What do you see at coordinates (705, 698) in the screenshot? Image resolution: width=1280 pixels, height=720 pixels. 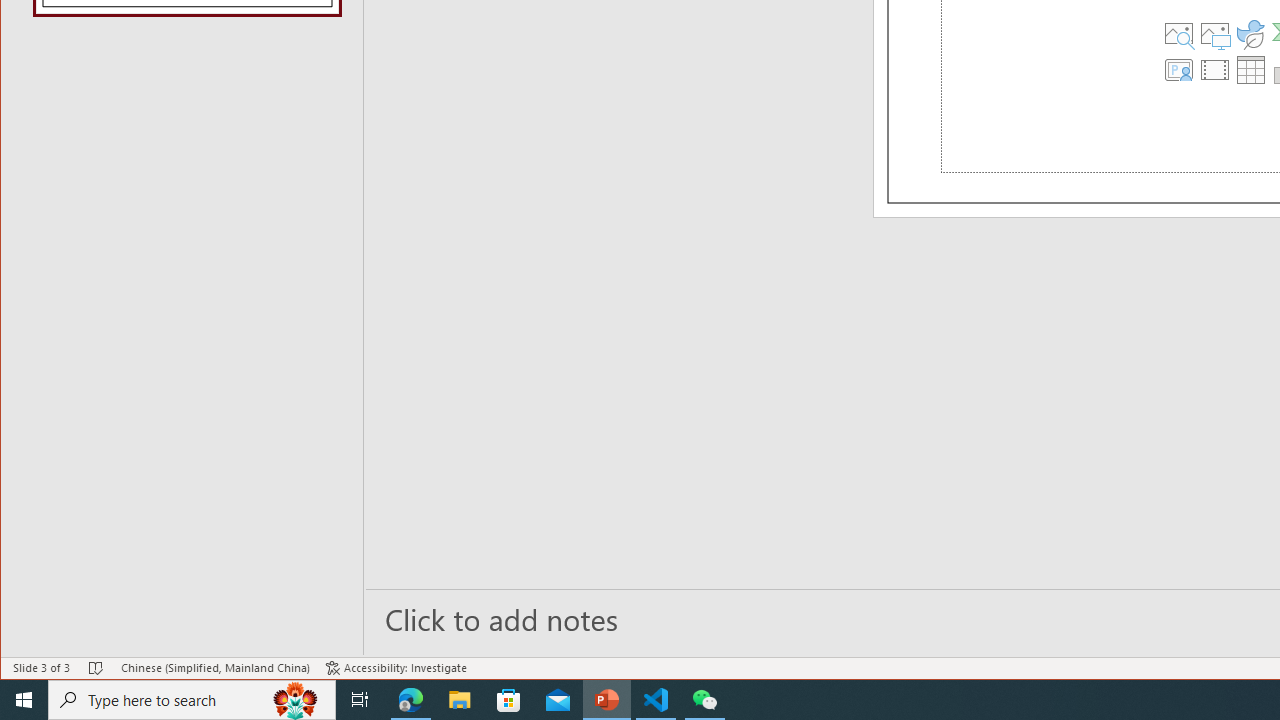 I see `'WeChat - 1 running window'` at bounding box center [705, 698].